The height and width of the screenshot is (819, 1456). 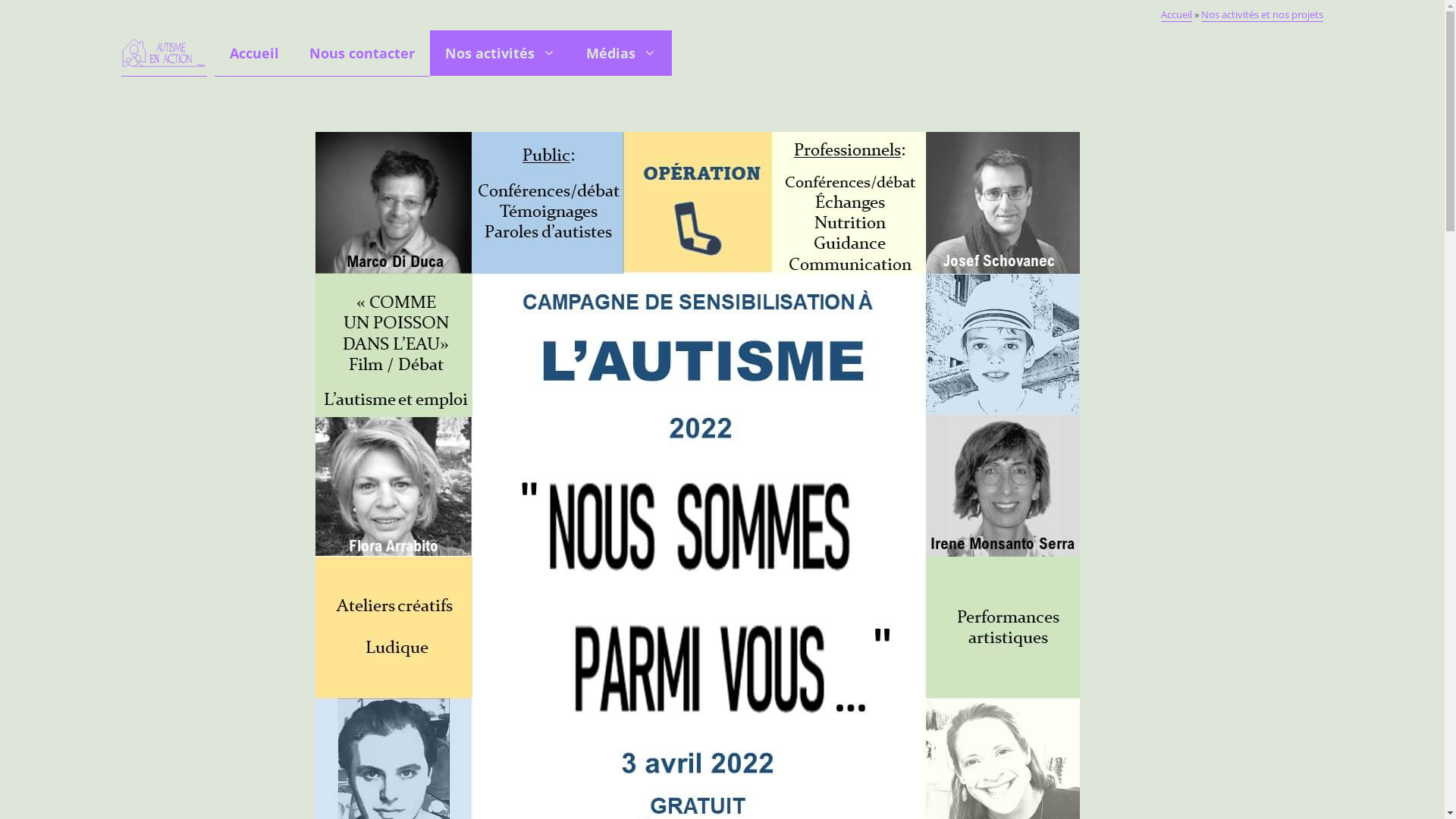 What do you see at coordinates (254, 52) in the screenshot?
I see `'Accueil'` at bounding box center [254, 52].